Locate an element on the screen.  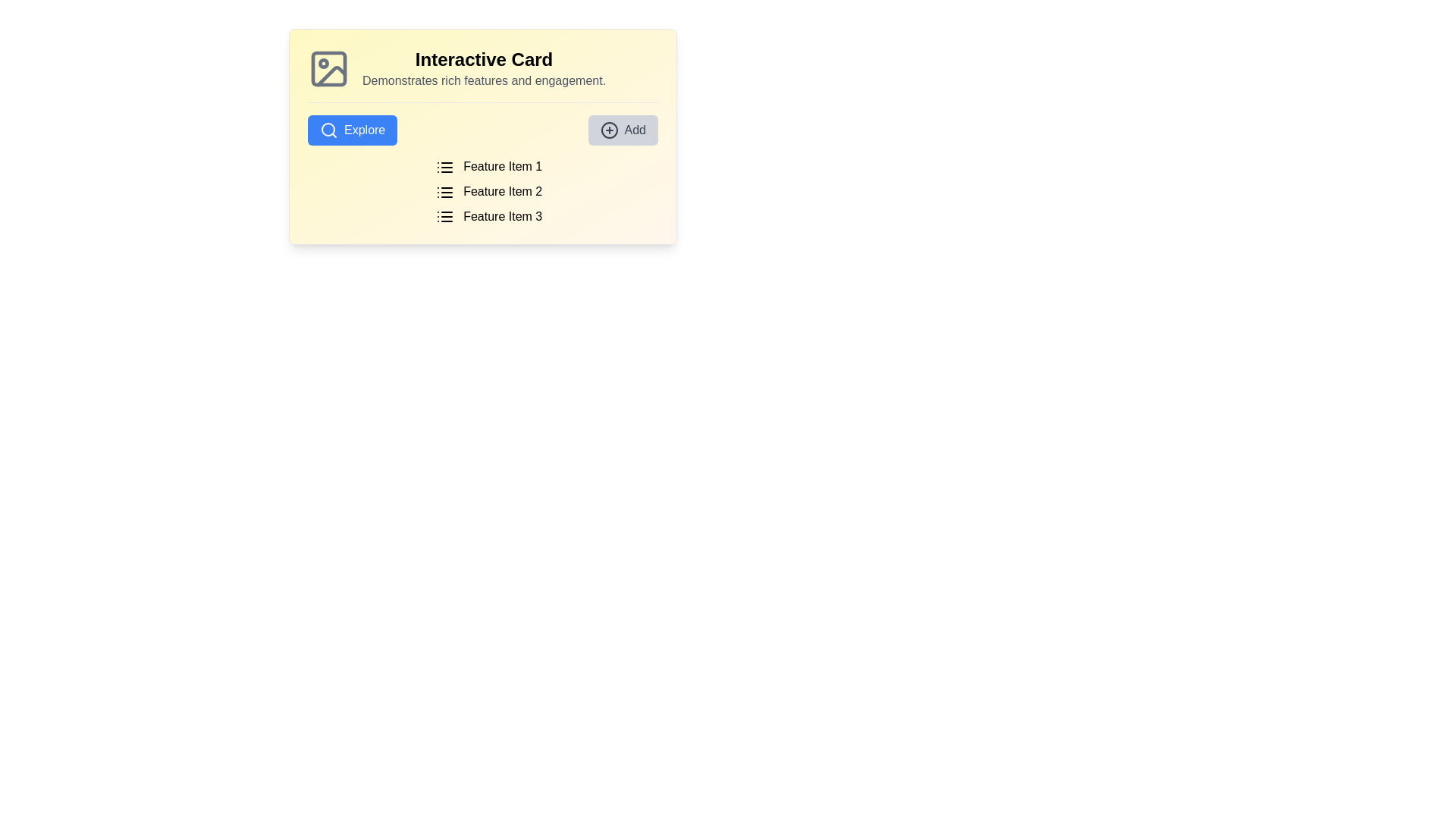
the blue 'Explore' button with white text and a magnifying glass icon is located at coordinates (352, 130).